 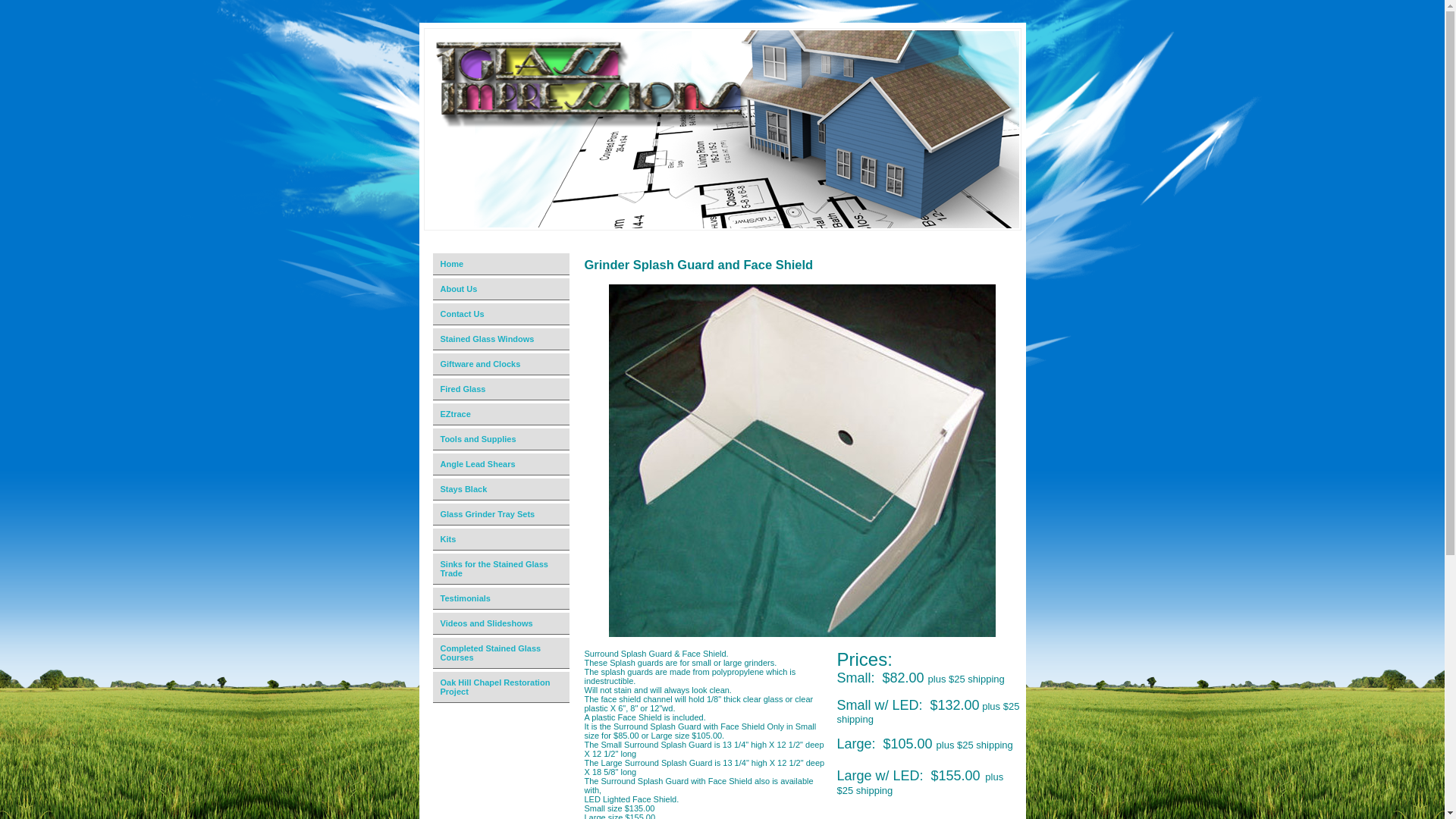 What do you see at coordinates (502, 338) in the screenshot?
I see `'Stained Glass Windows'` at bounding box center [502, 338].